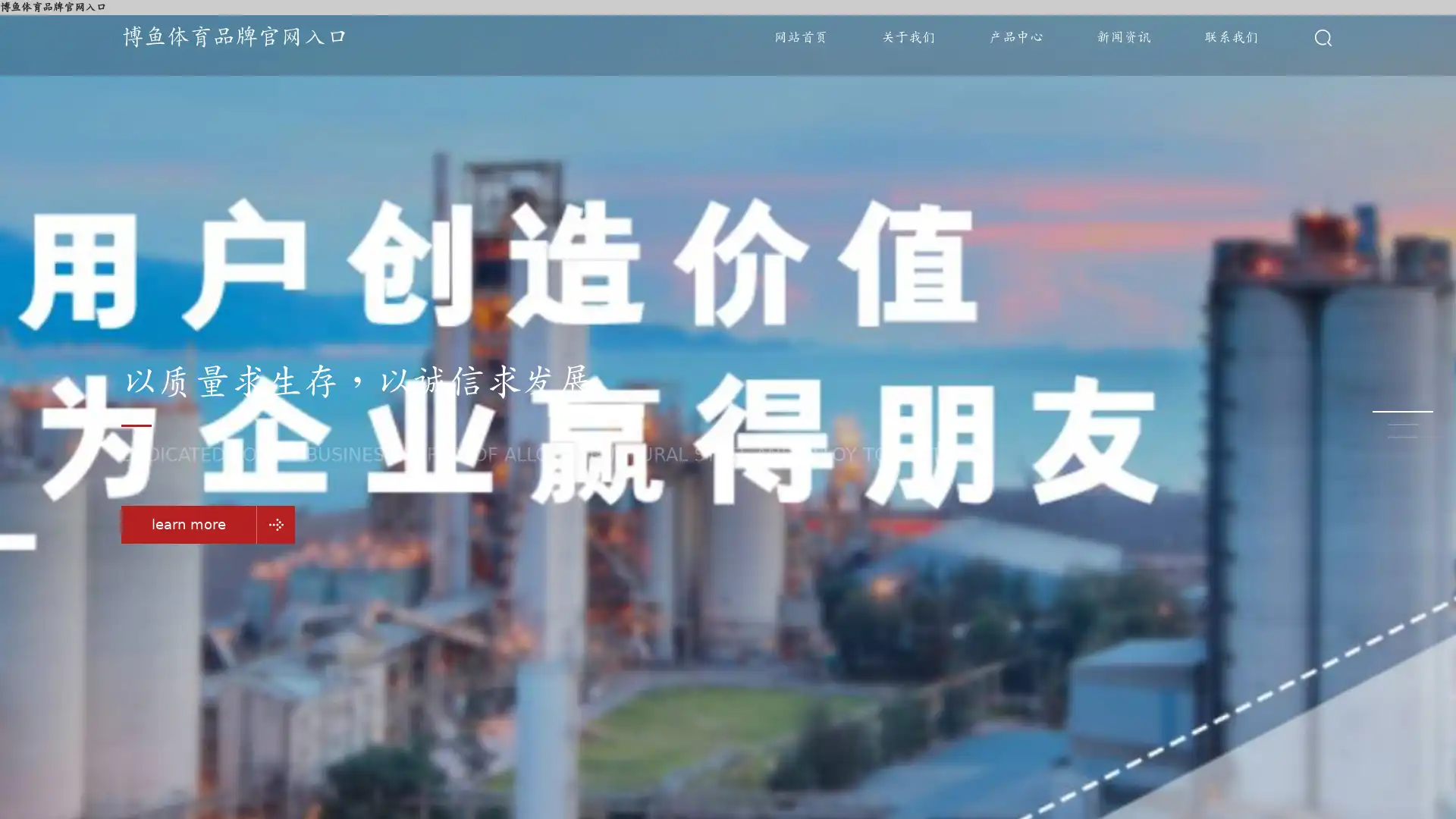 The image size is (1456, 819). I want to click on Go to slide 2, so click(1401, 424).